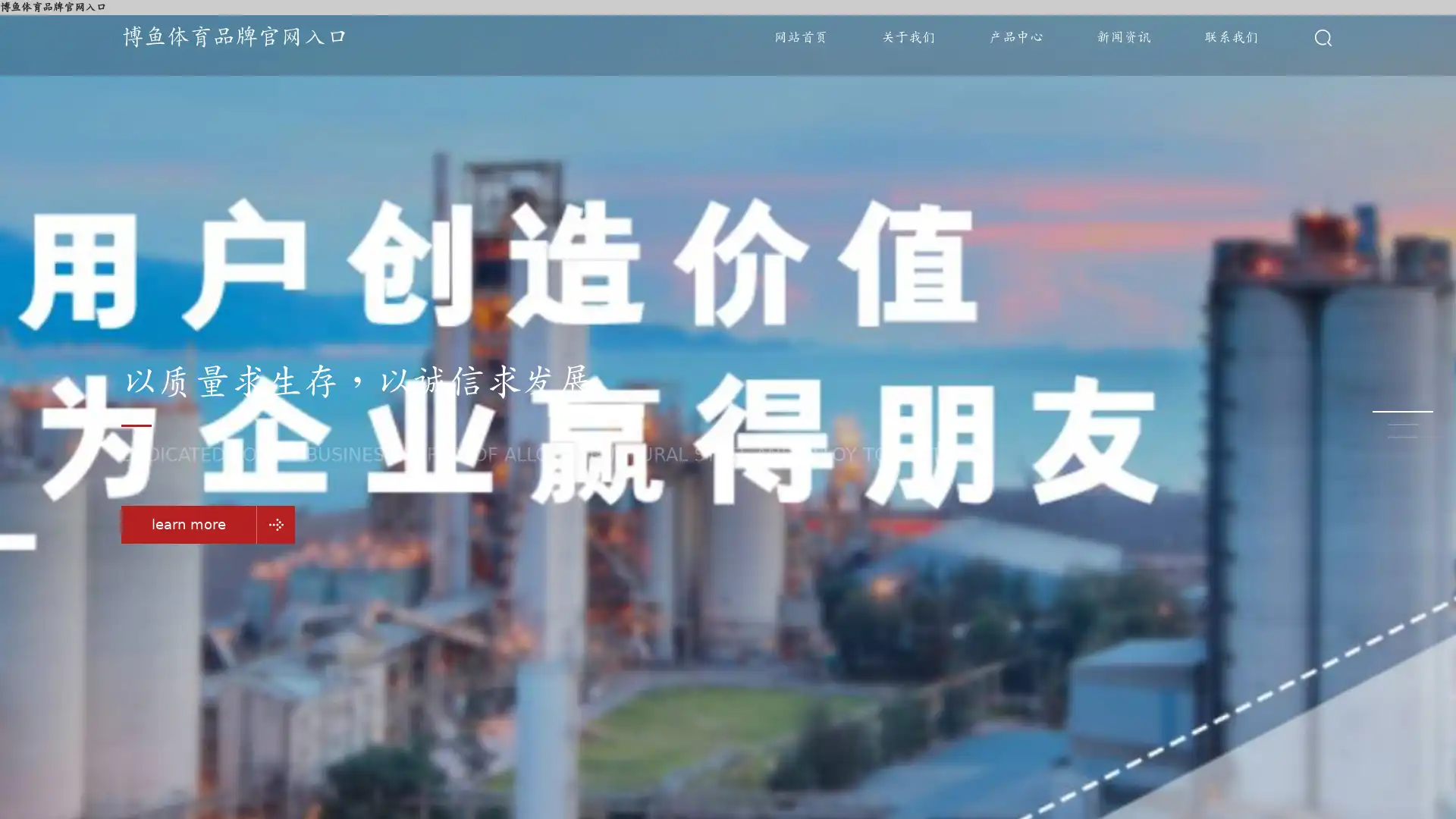 The image size is (1456, 819). I want to click on Go to slide 2, so click(1401, 424).